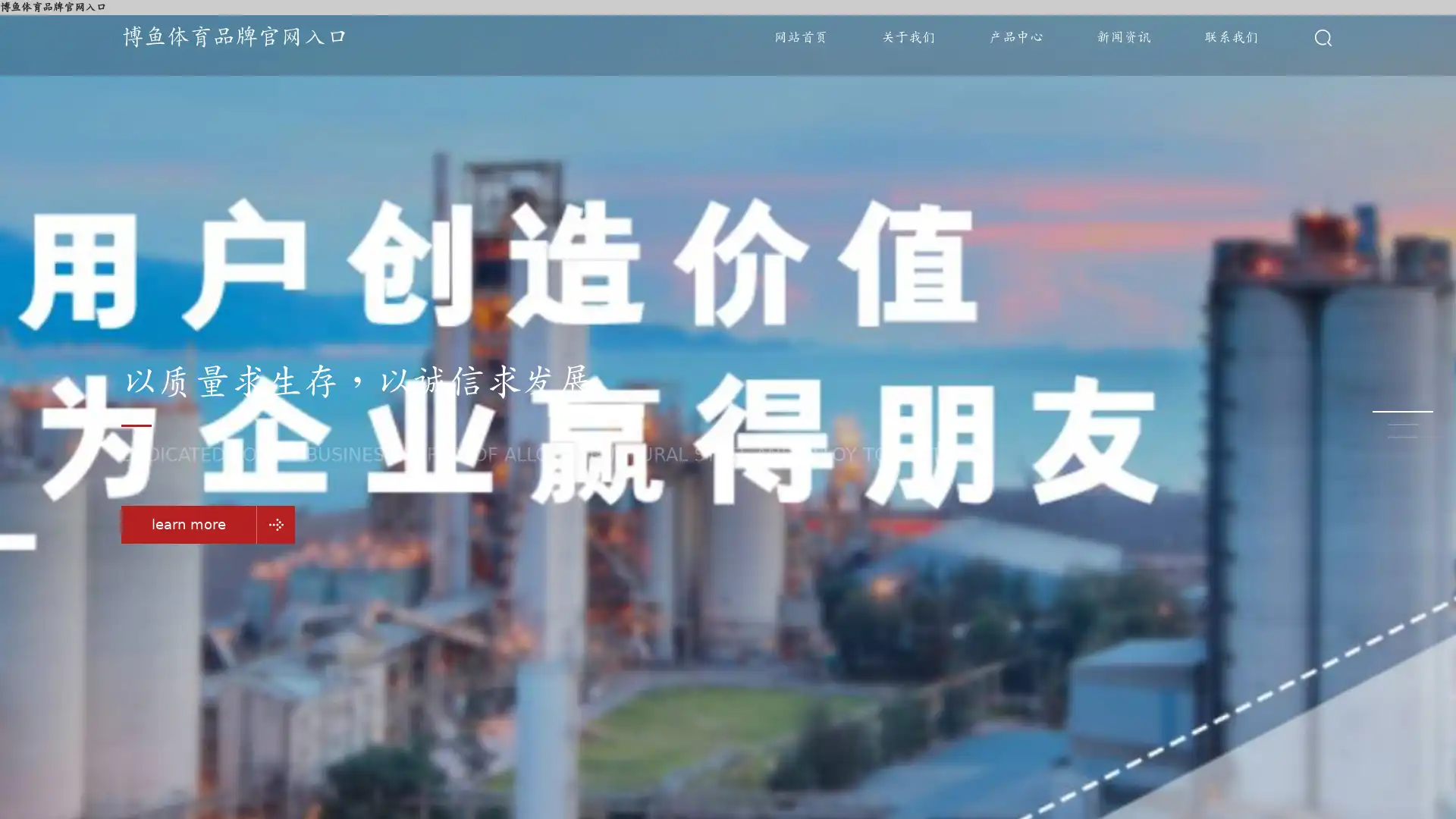 The image size is (1456, 819). I want to click on Go to slide 2, so click(1401, 424).